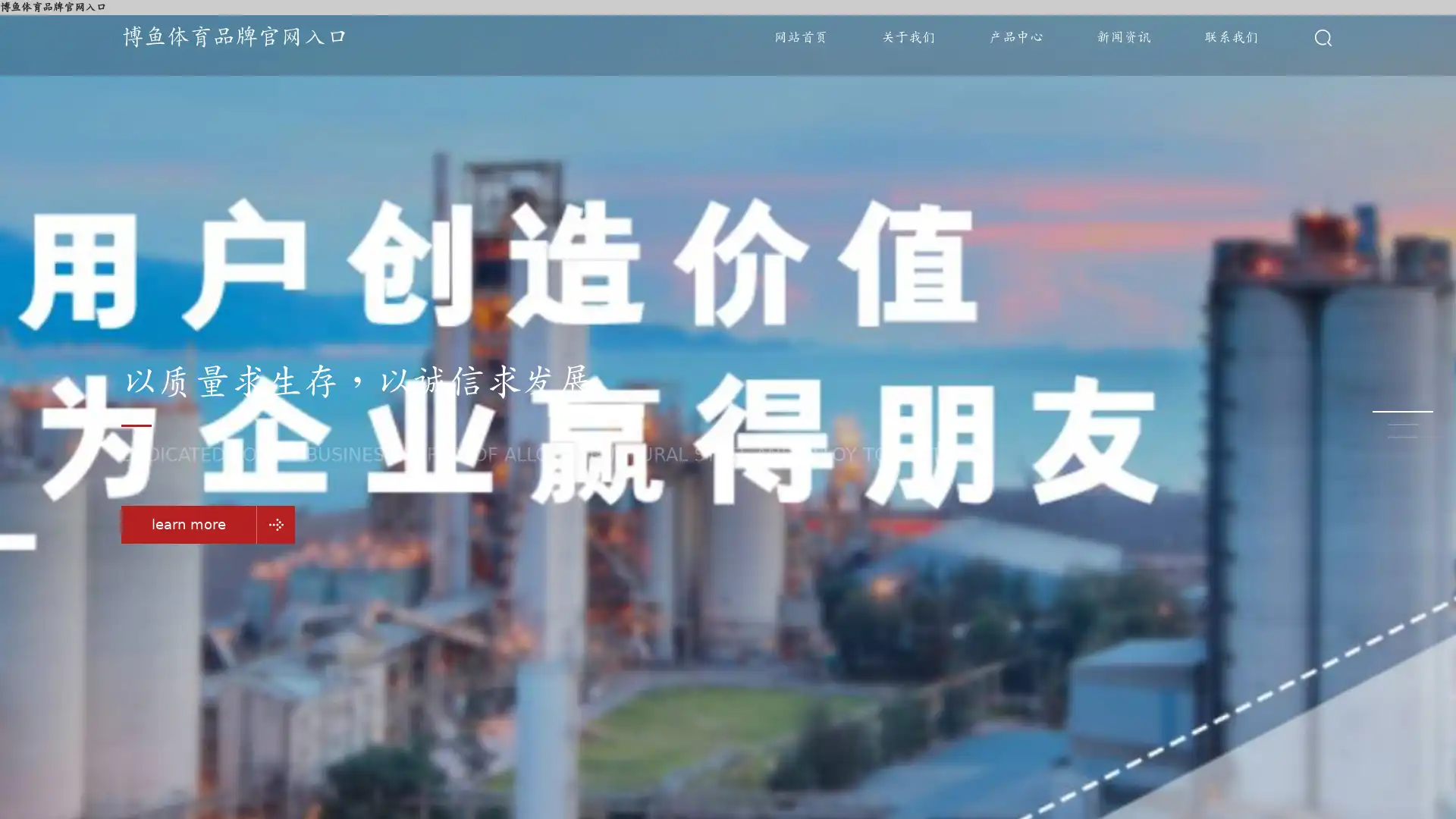 The image size is (1456, 819). I want to click on Go to slide 2, so click(1401, 424).